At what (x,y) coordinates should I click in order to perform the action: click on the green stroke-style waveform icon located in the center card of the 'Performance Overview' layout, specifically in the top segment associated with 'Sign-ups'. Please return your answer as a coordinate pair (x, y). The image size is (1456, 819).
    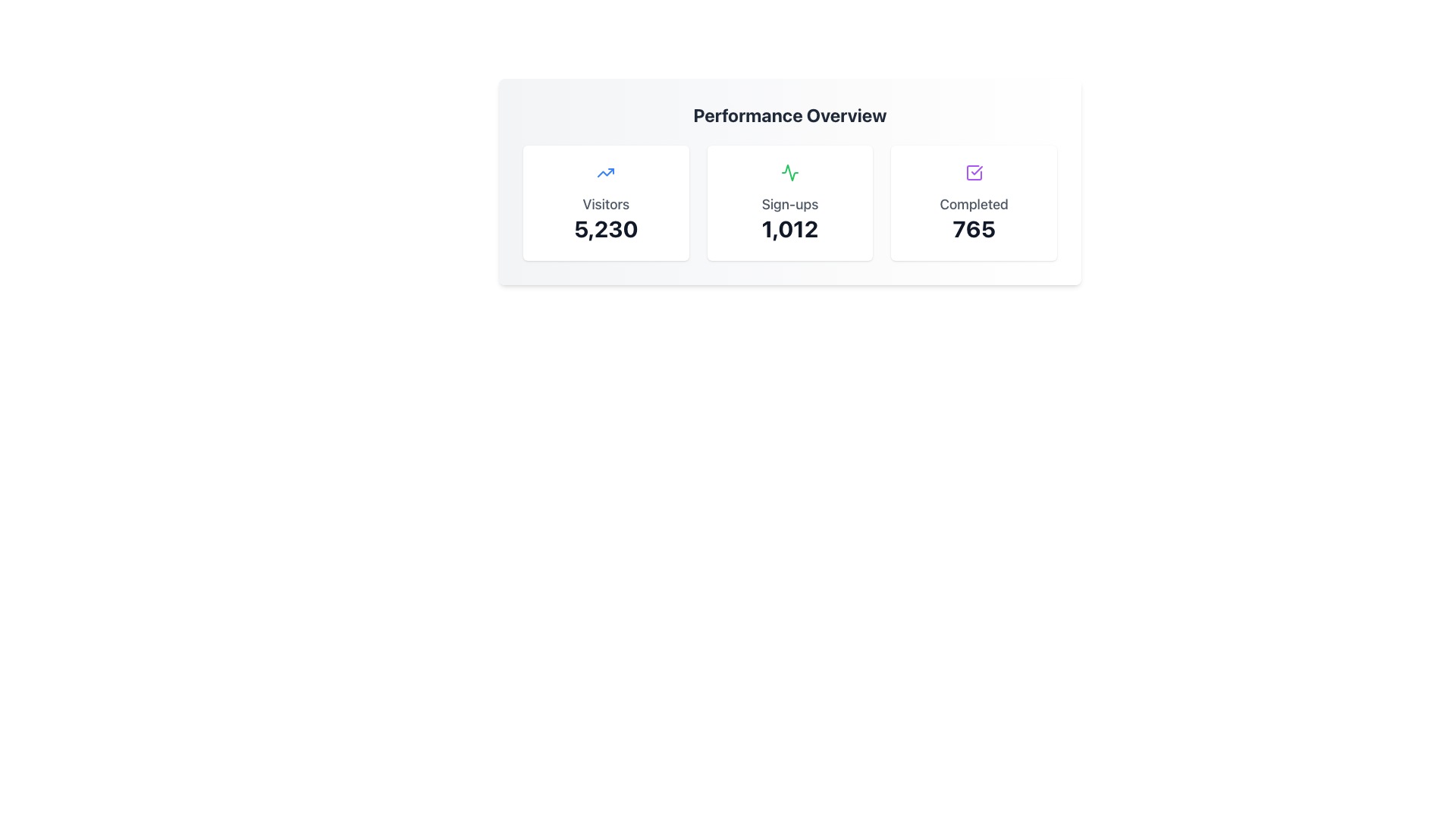
    Looking at the image, I should click on (789, 171).